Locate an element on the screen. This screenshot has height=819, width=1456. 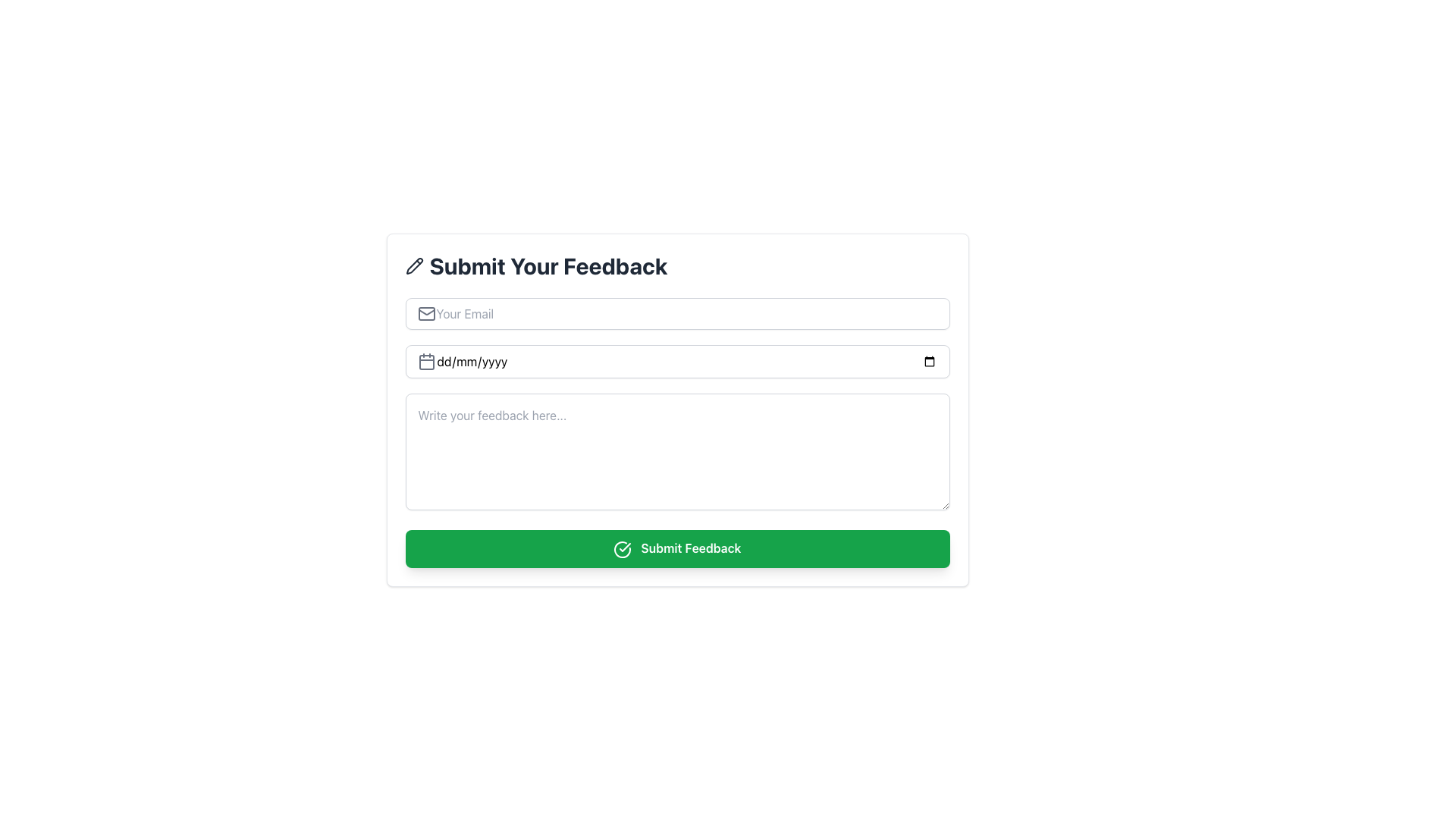
the envelope icon component that visually represents email in the feedback form, located near the top-left corner of the icon is located at coordinates (425, 312).